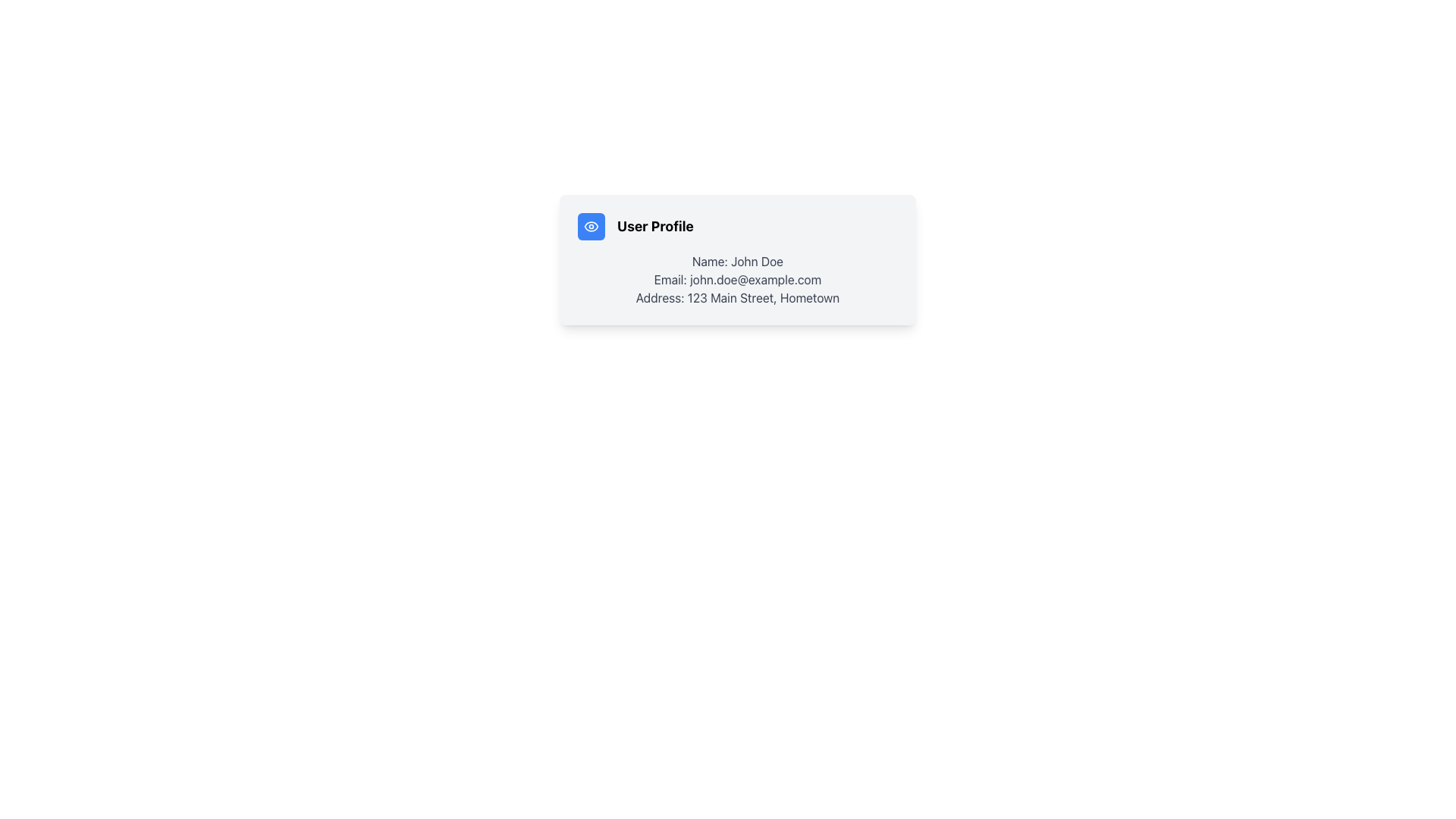 The image size is (1456, 819). What do you see at coordinates (590, 227) in the screenshot?
I see `the button with an eye icon located to the left of the 'User Profile' text` at bounding box center [590, 227].